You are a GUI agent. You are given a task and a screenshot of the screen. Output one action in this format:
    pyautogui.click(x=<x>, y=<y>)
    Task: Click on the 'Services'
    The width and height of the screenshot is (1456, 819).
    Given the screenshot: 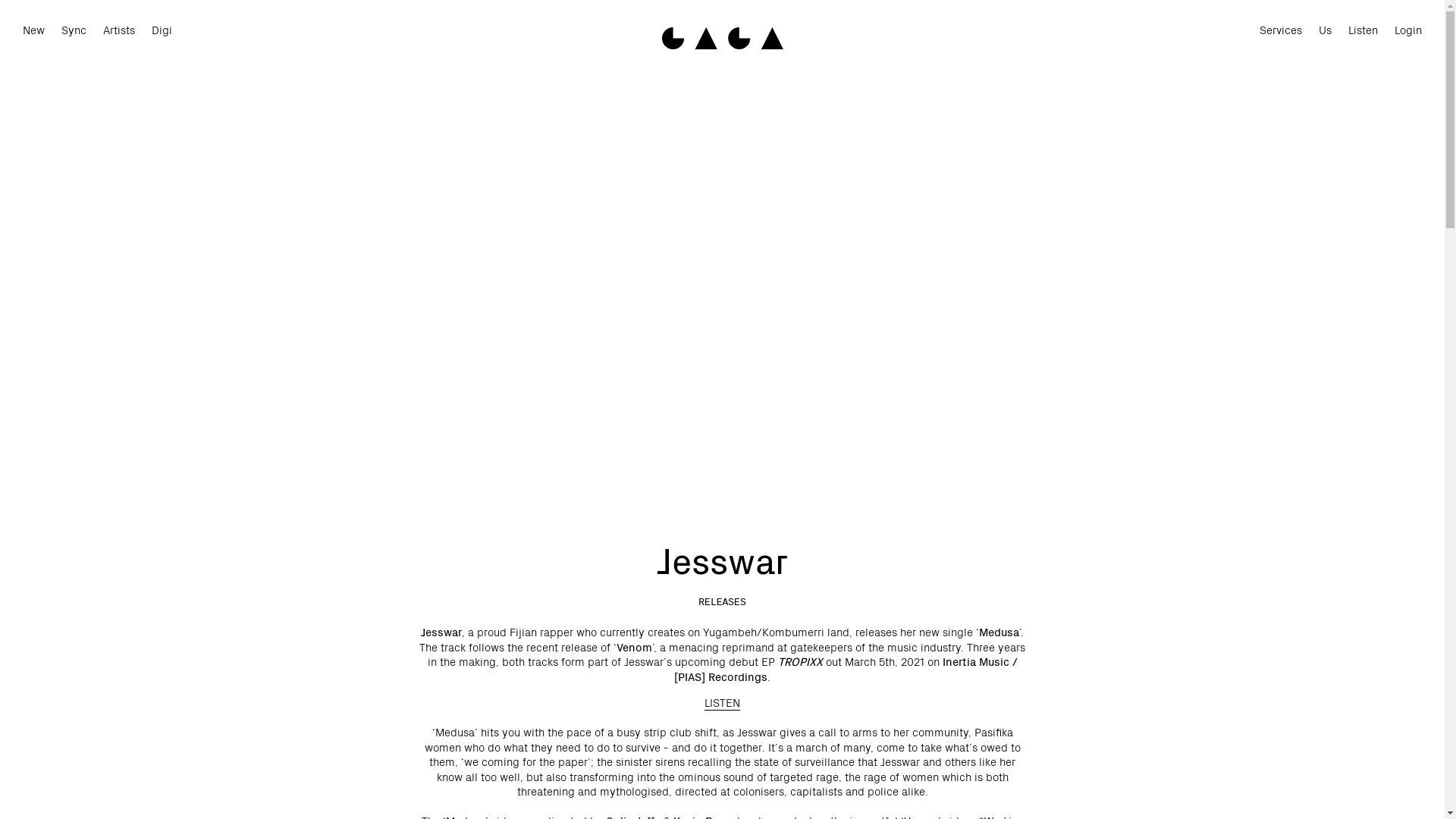 What is the action you would take?
    pyautogui.click(x=1280, y=30)
    